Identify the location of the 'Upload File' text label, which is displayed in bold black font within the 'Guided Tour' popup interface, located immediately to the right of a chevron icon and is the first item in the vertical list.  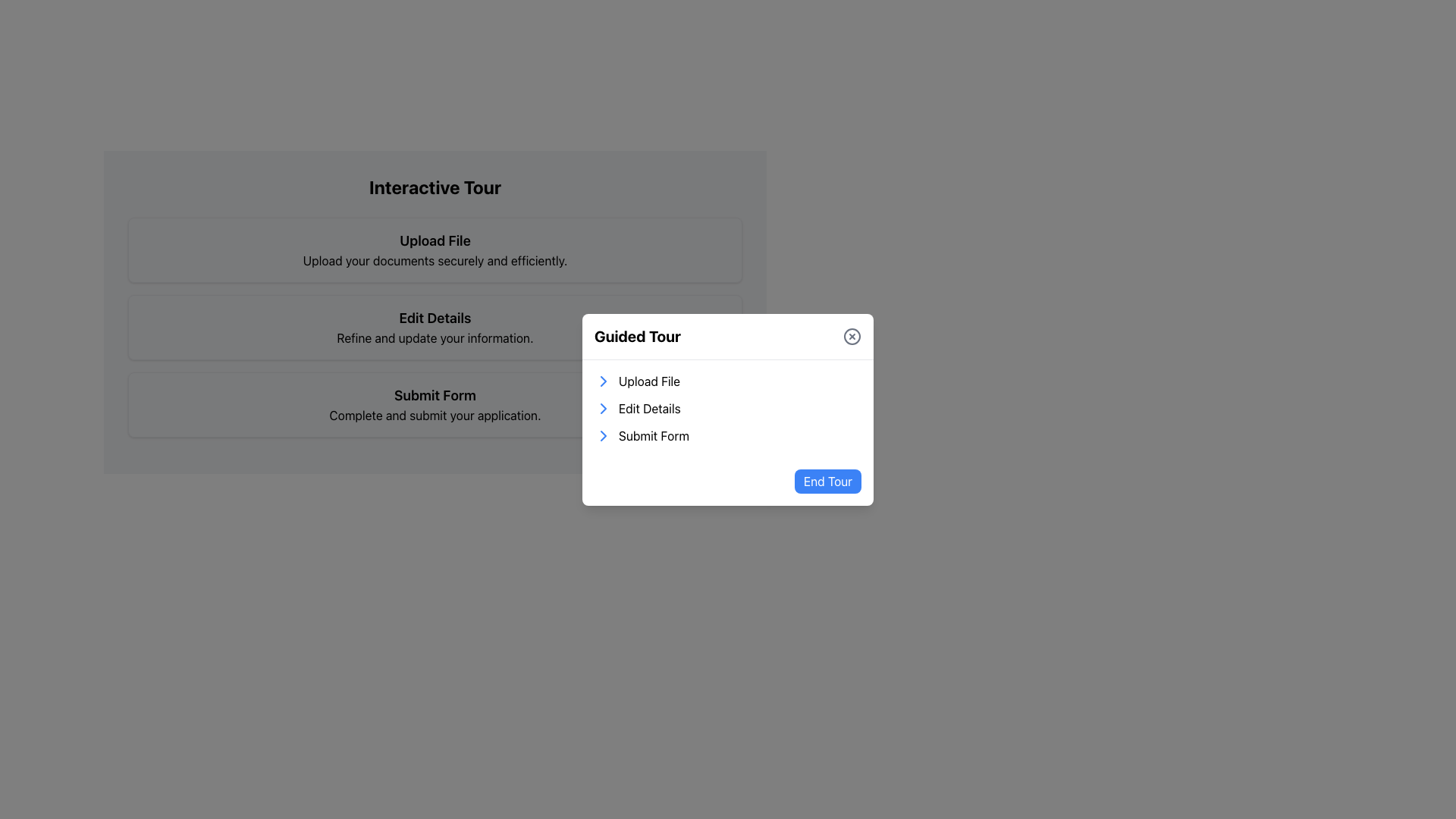
(649, 380).